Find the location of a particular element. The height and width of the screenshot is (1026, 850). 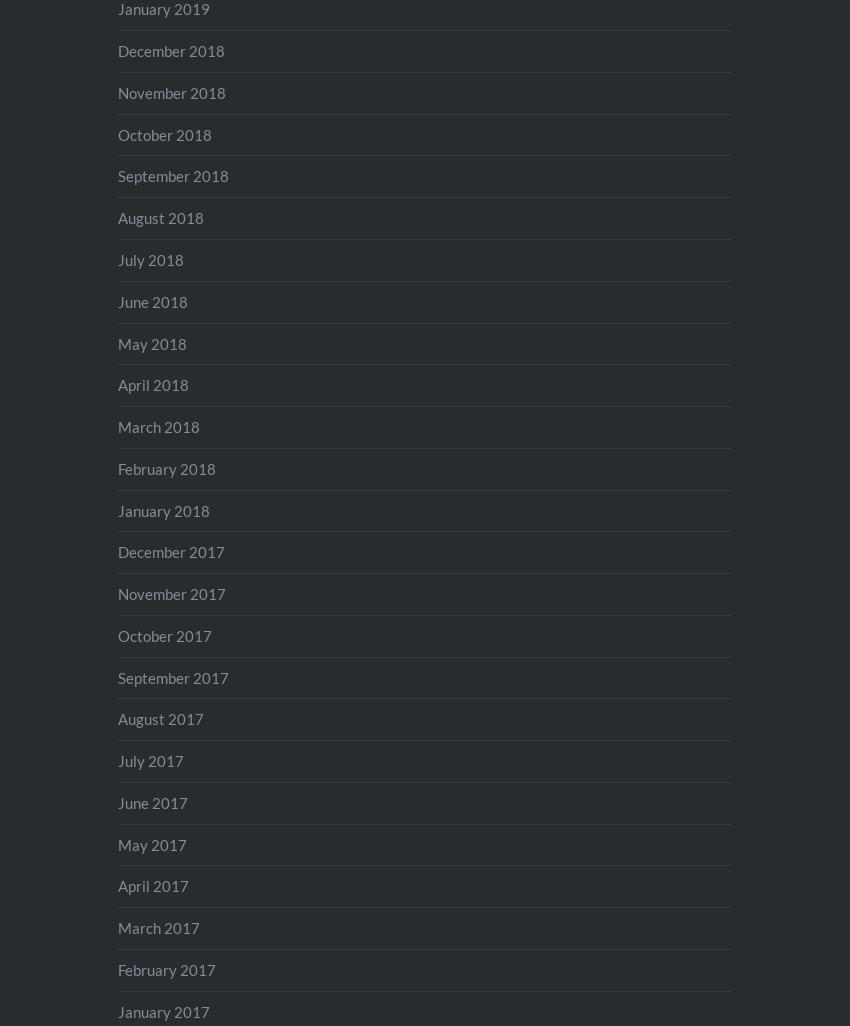

'October 2017' is located at coordinates (164, 634).